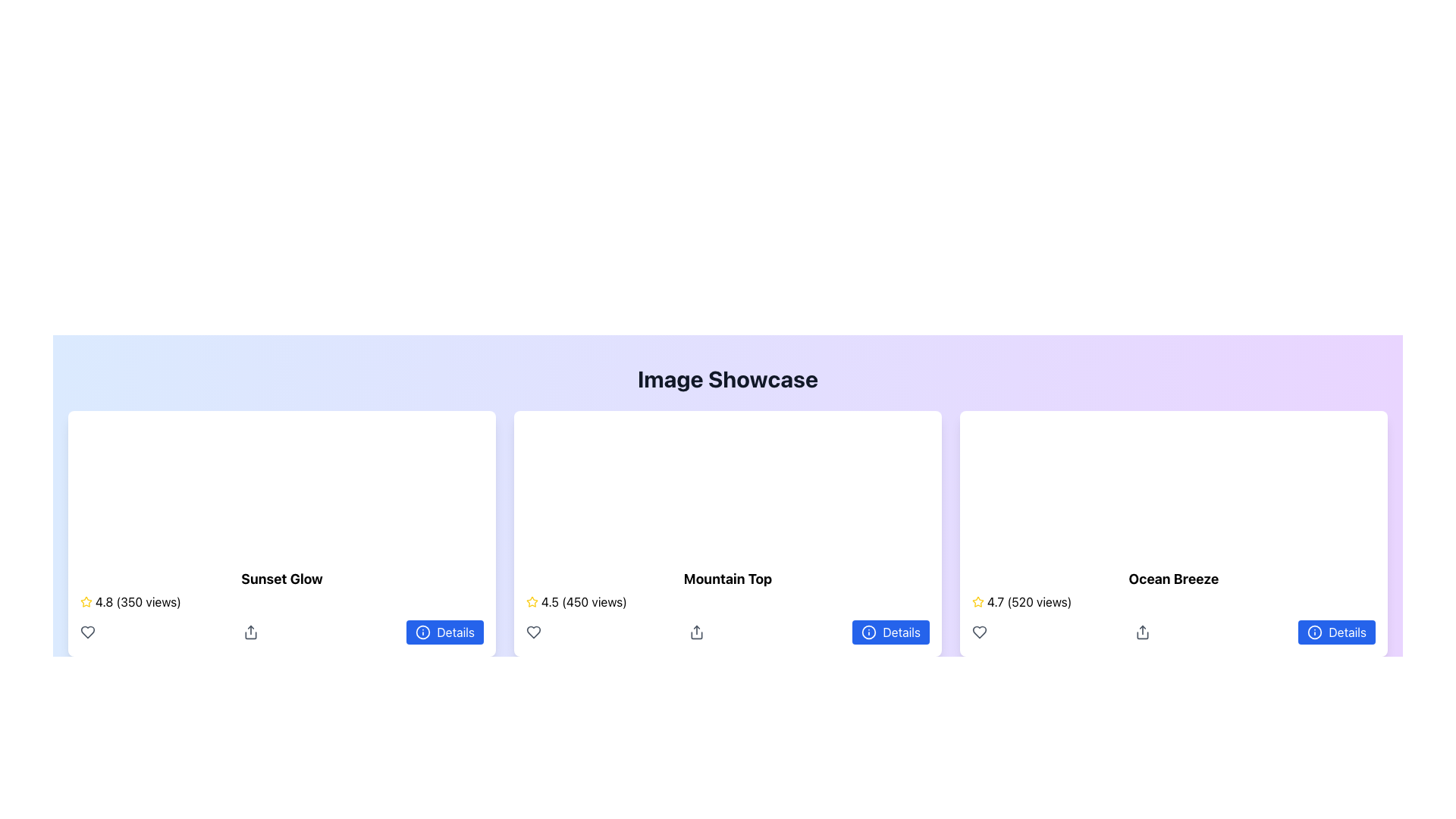 This screenshot has width=1456, height=819. I want to click on the SVG graphical element that is part of the 'Details' button located at the bottom-right corner of the 'Mountain Top' card layout, so click(869, 632).